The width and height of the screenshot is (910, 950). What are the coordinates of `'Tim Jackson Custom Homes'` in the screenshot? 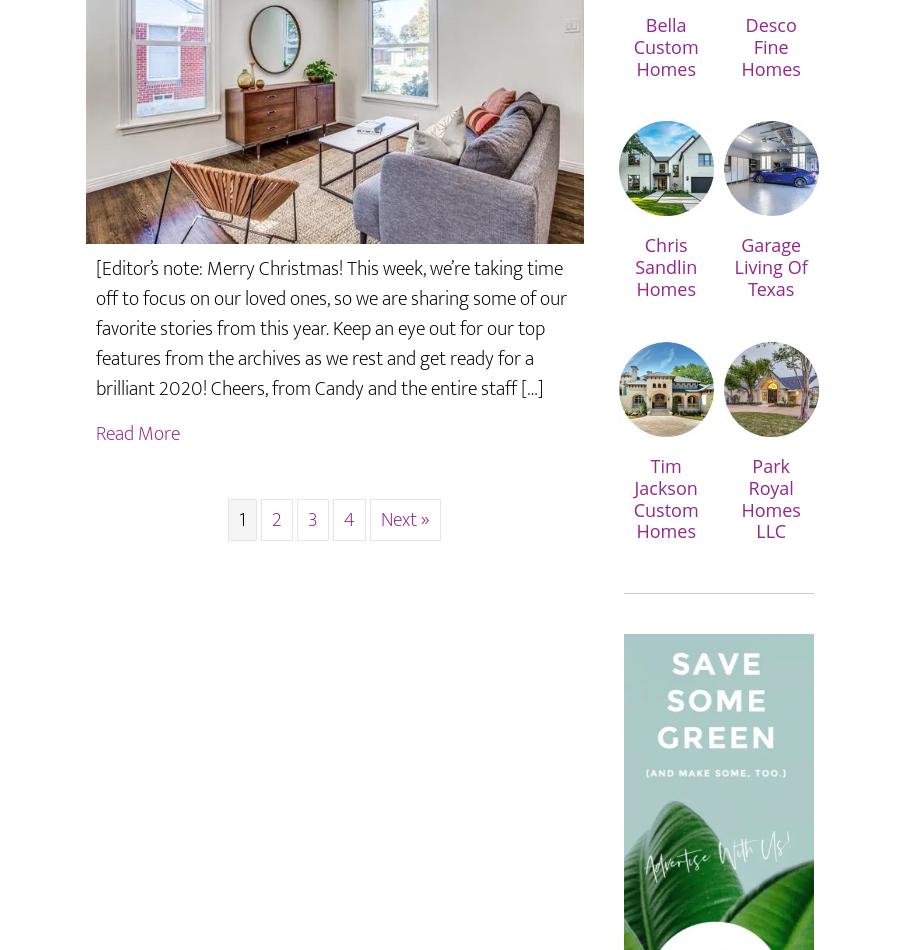 It's located at (632, 498).